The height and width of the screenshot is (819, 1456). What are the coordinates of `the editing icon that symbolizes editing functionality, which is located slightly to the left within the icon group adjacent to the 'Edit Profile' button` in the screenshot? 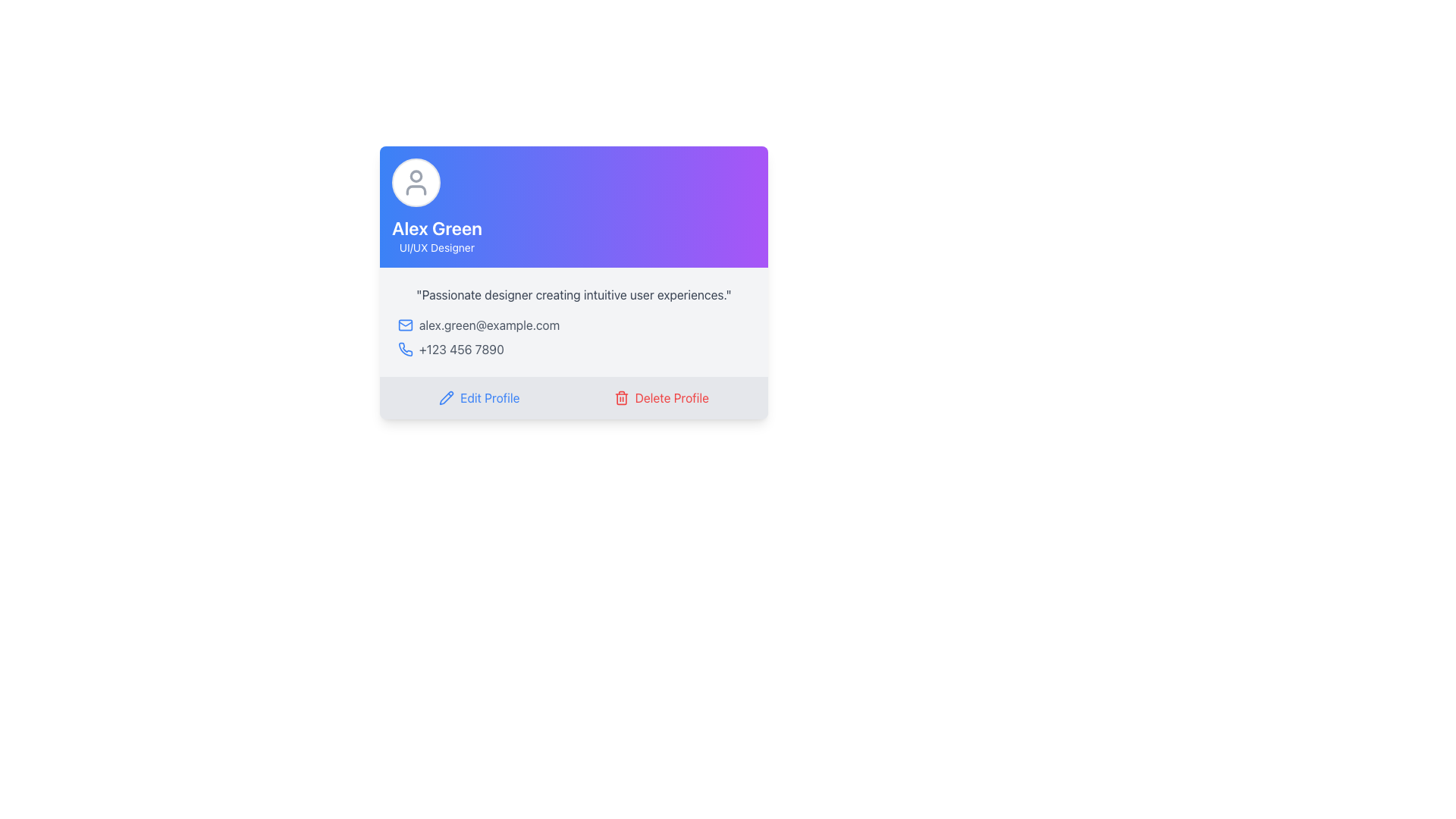 It's located at (446, 397).